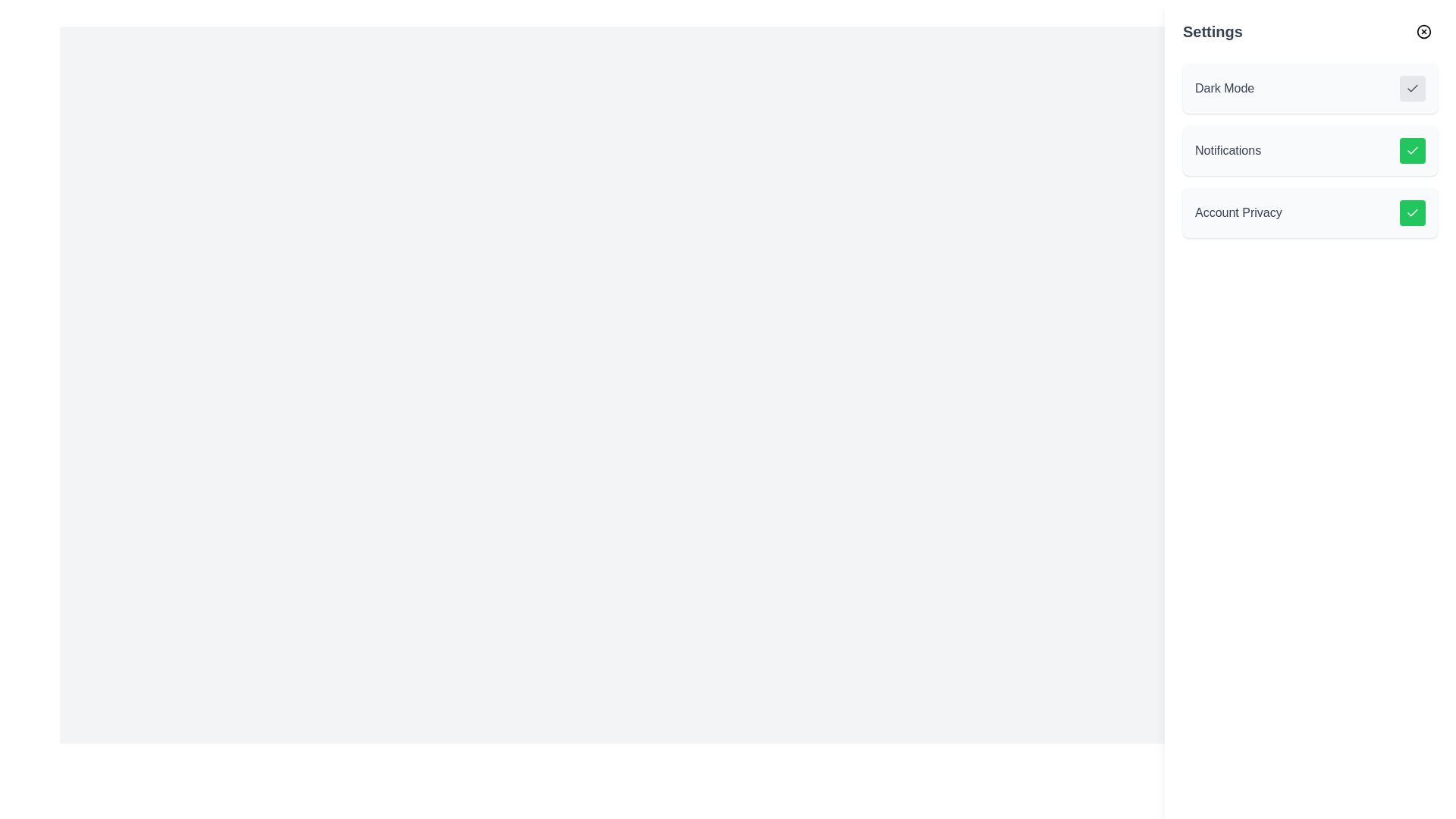 This screenshot has height=819, width=1456. Describe the element at coordinates (1310, 151) in the screenshot. I see `the 'Notifications' settings option located in the settings panel` at that location.